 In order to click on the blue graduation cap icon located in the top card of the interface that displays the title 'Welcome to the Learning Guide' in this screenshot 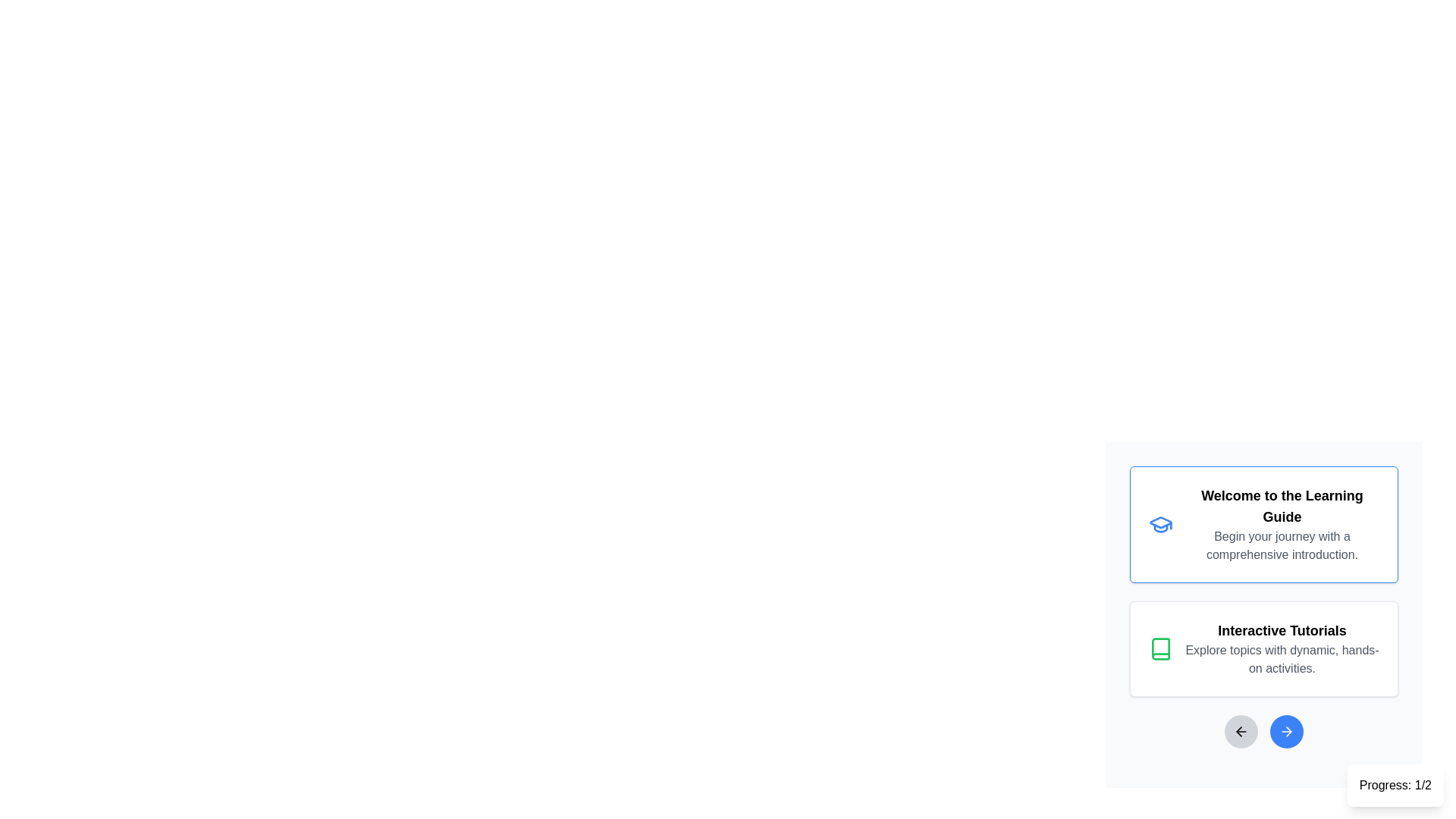, I will do `click(1160, 523)`.